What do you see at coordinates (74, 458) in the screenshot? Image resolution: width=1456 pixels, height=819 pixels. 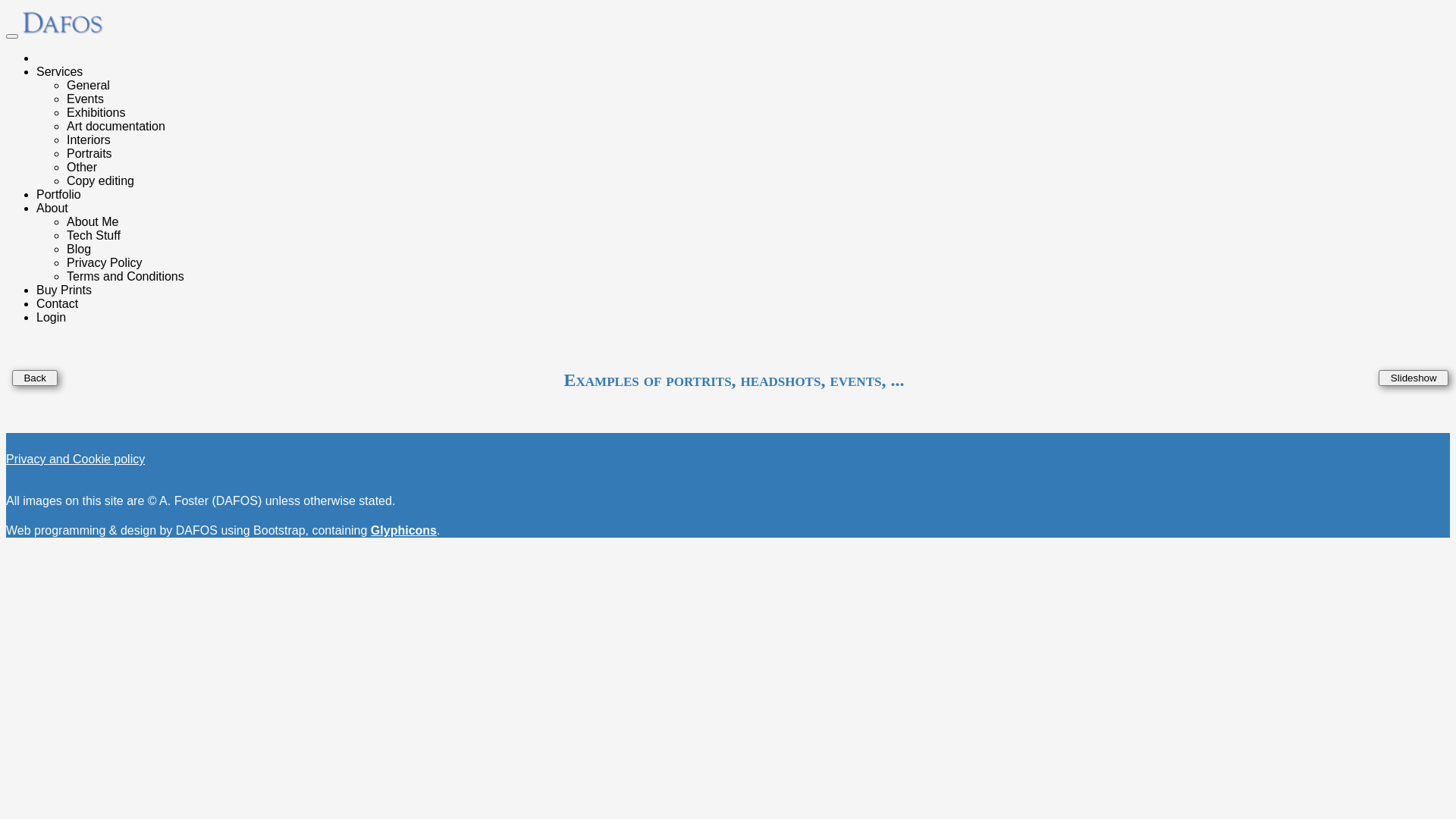 I see `'Privacy and Cookie policy'` at bounding box center [74, 458].